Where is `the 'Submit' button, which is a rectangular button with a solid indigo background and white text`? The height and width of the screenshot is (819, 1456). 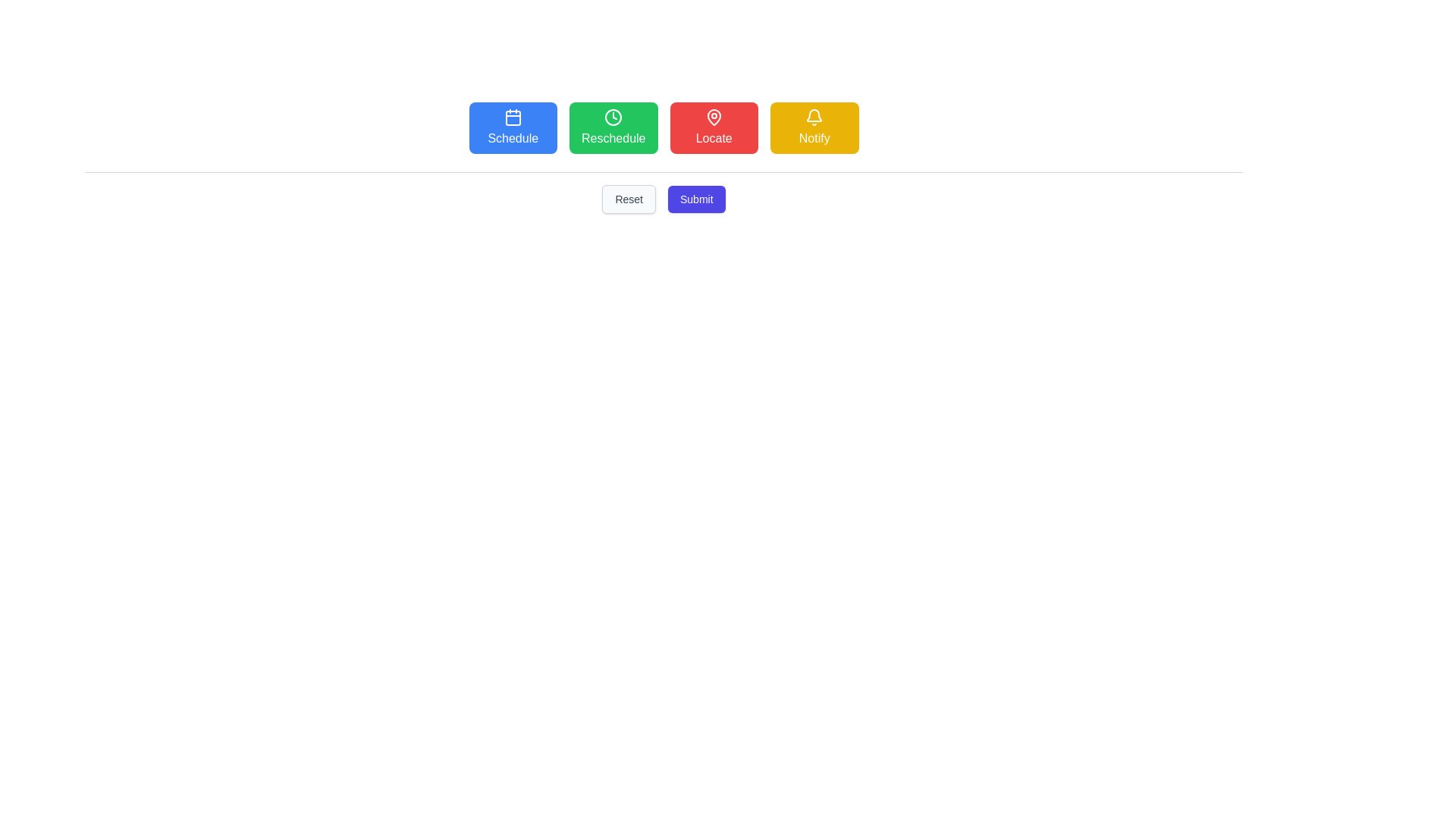
the 'Submit' button, which is a rectangular button with a solid indigo background and white text is located at coordinates (695, 198).